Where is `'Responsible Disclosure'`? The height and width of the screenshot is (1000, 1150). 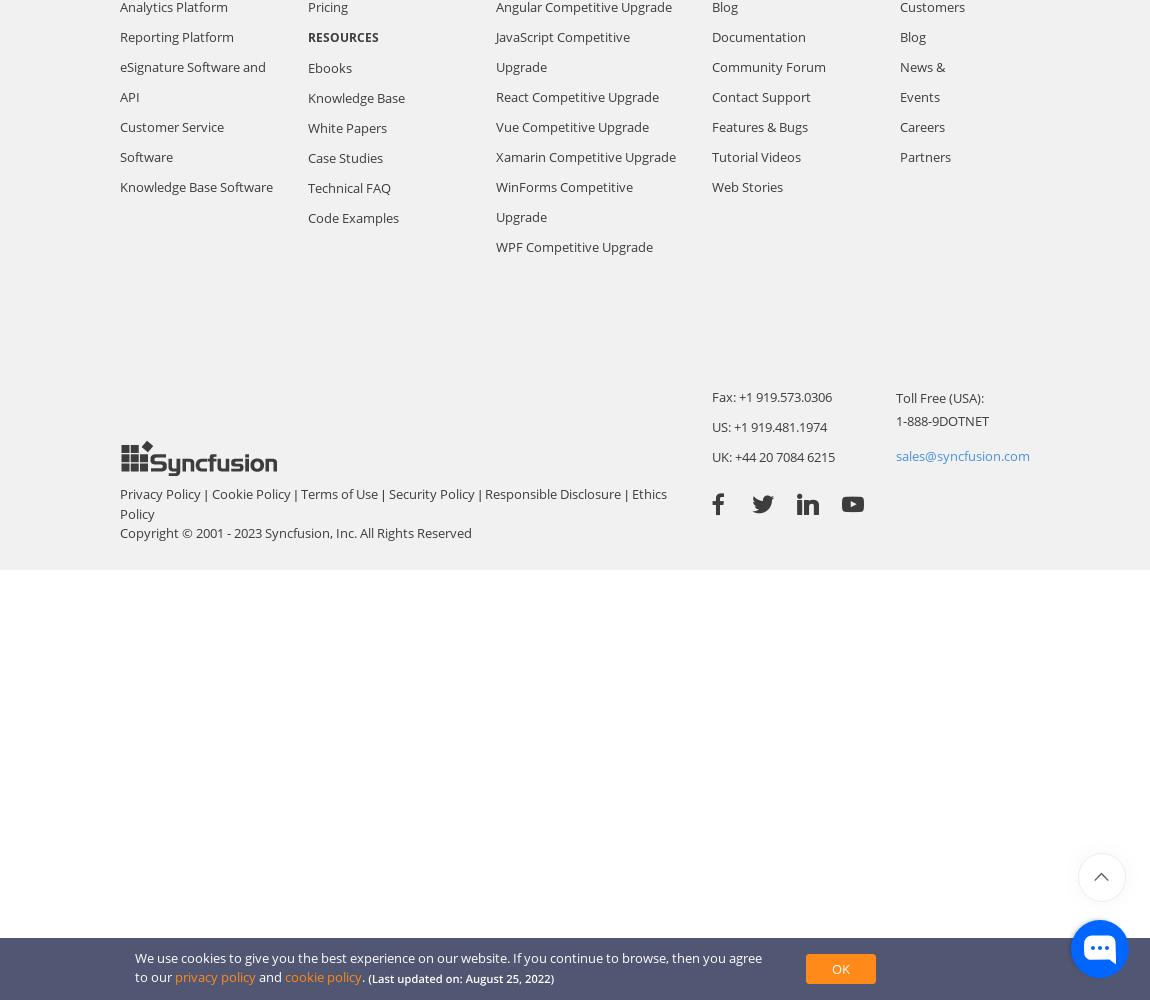
'Responsible Disclosure' is located at coordinates (553, 493).